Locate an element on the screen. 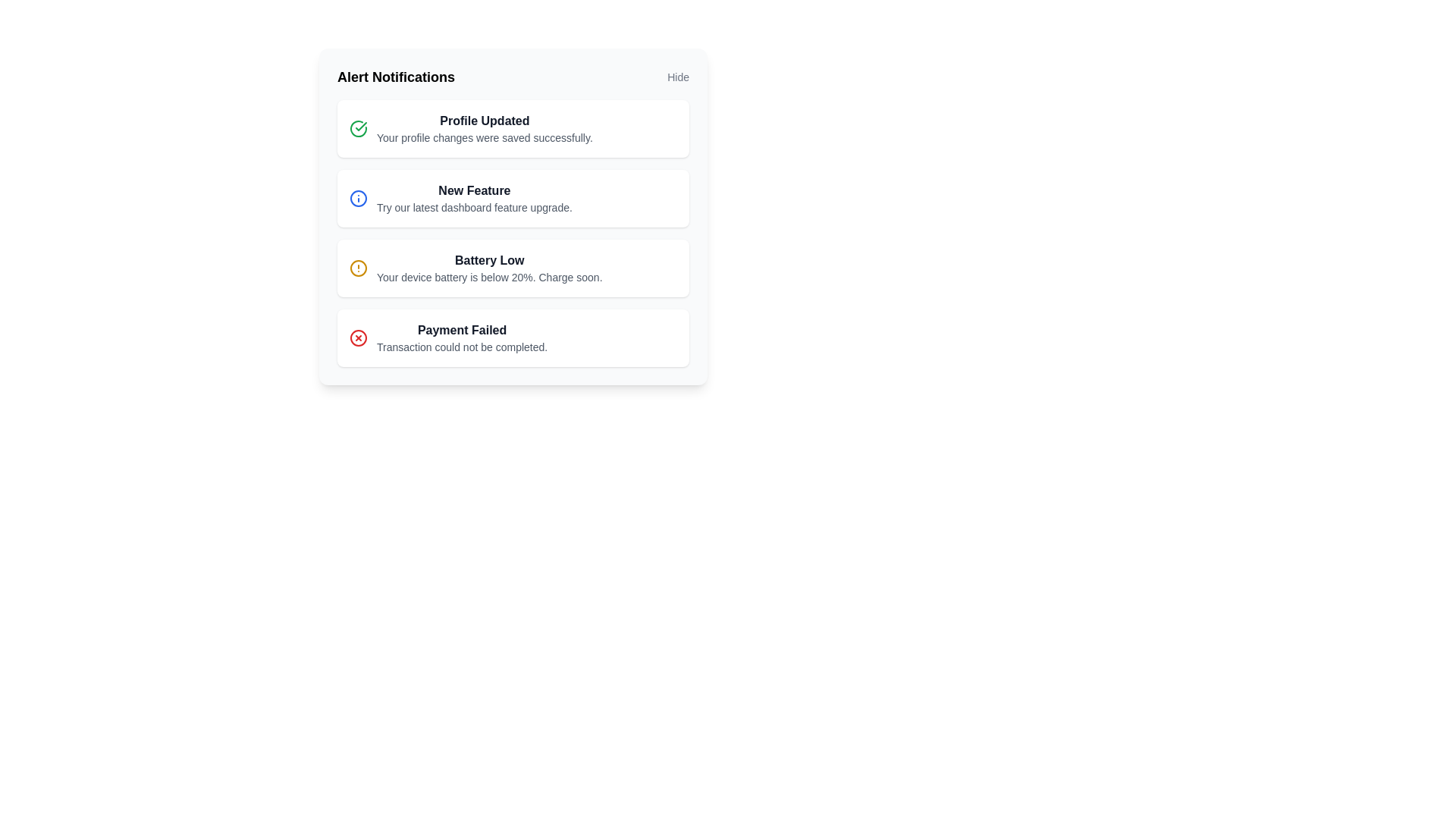 The height and width of the screenshot is (819, 1456). the text element stating 'Your profile changes were saved successfully', which is located below the 'Profile Updated' title in the notification card is located at coordinates (484, 137).